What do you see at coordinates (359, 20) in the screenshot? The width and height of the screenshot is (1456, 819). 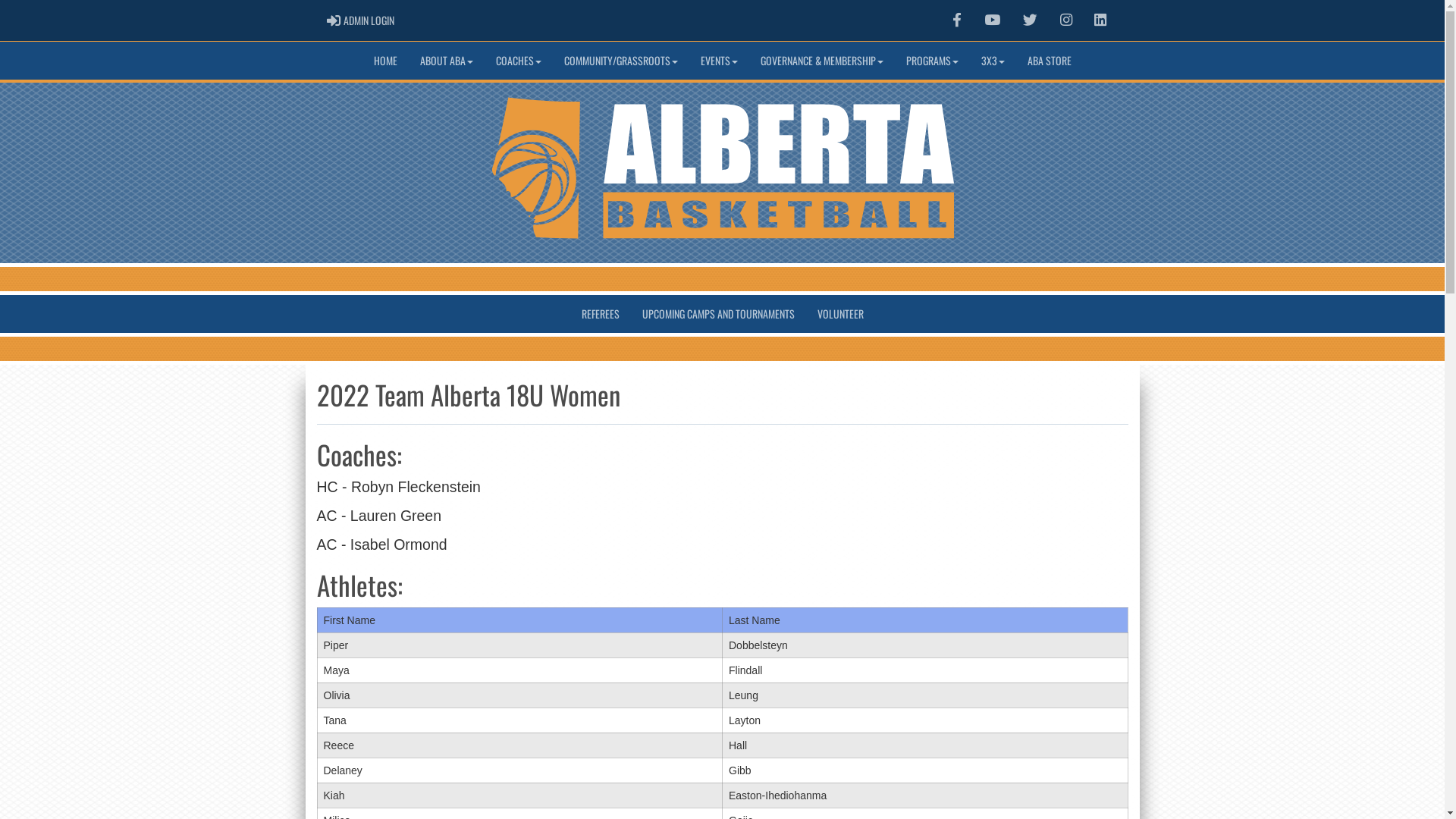 I see `'LOGIN PAGE` at bounding box center [359, 20].